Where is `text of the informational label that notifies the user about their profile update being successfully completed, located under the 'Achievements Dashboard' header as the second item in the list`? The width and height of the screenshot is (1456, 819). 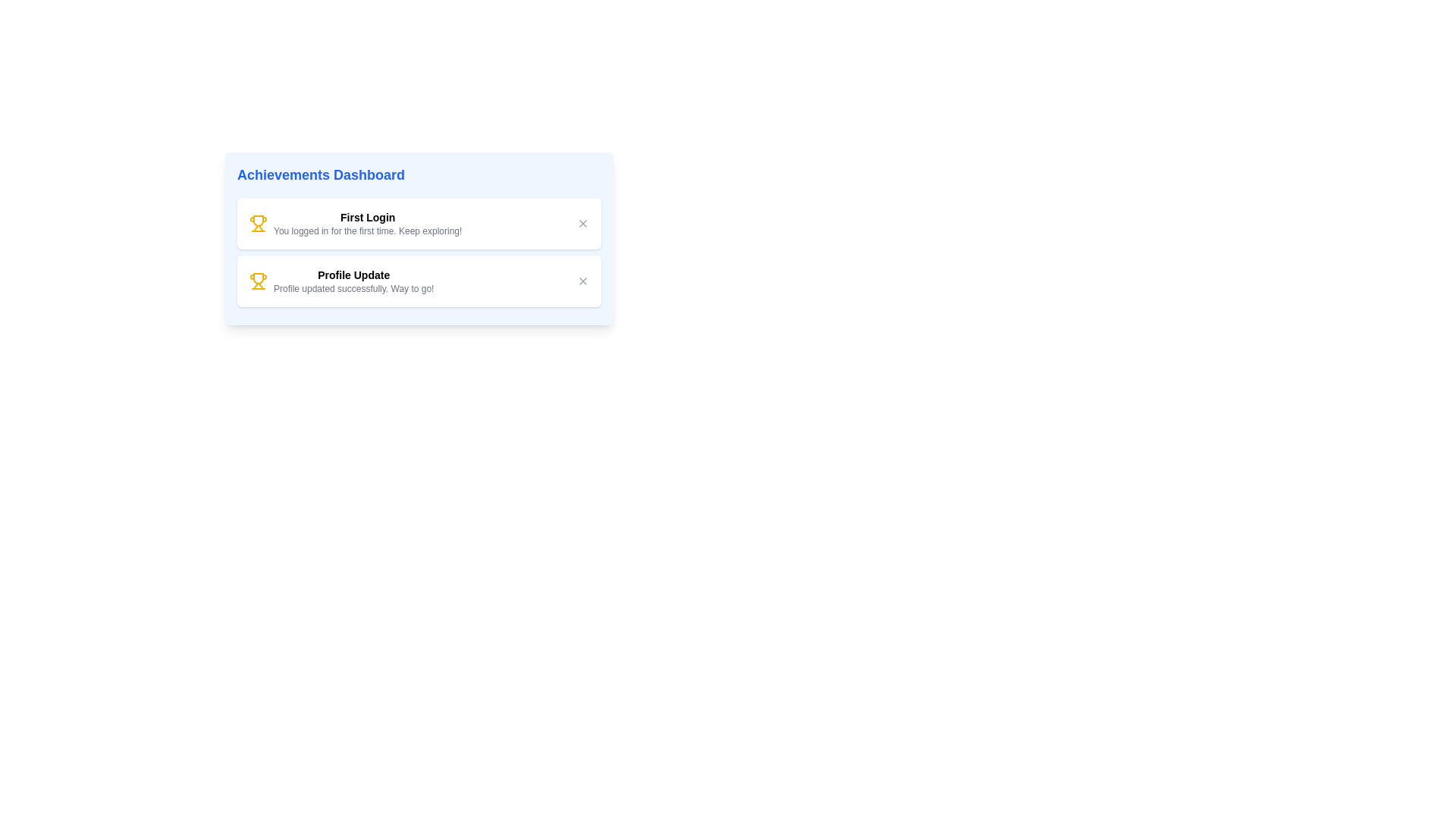
text of the informational label that notifies the user about their profile update being successfully completed, located under the 'Achievements Dashboard' header as the second item in the list is located at coordinates (353, 281).